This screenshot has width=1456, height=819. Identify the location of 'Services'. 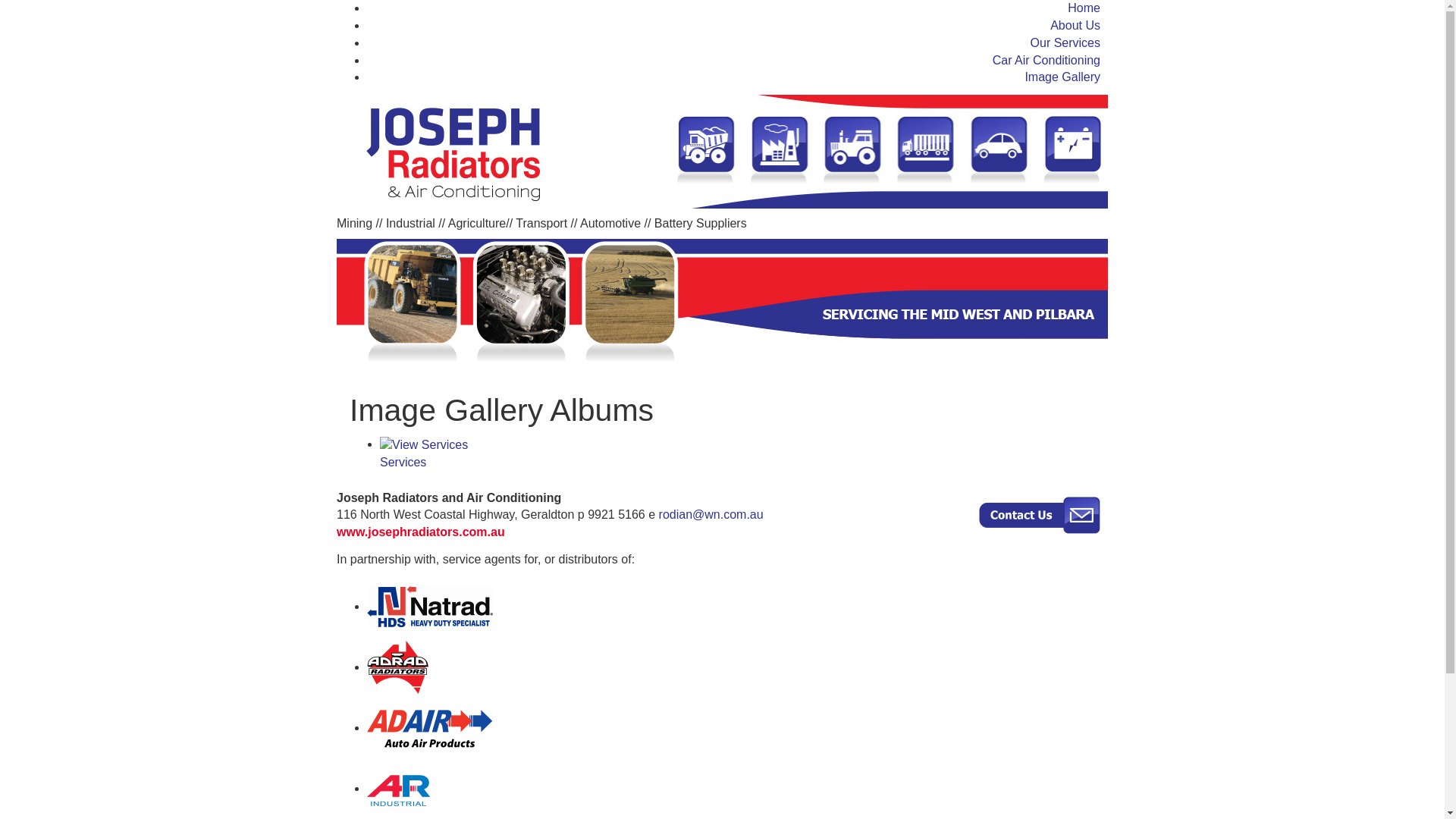
(740, 453).